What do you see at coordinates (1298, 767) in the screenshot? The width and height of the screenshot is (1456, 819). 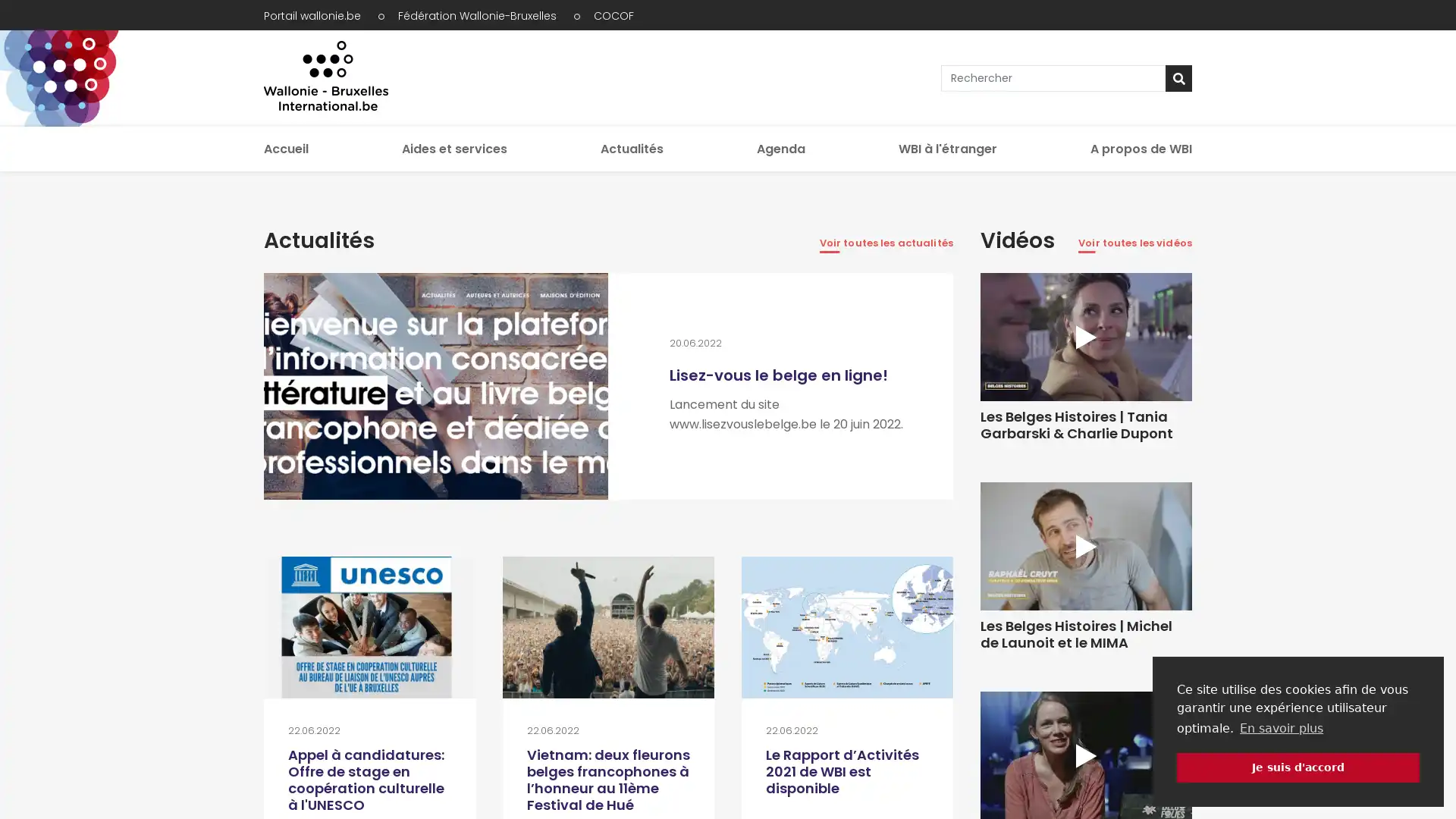 I see `dismiss cookie message` at bounding box center [1298, 767].